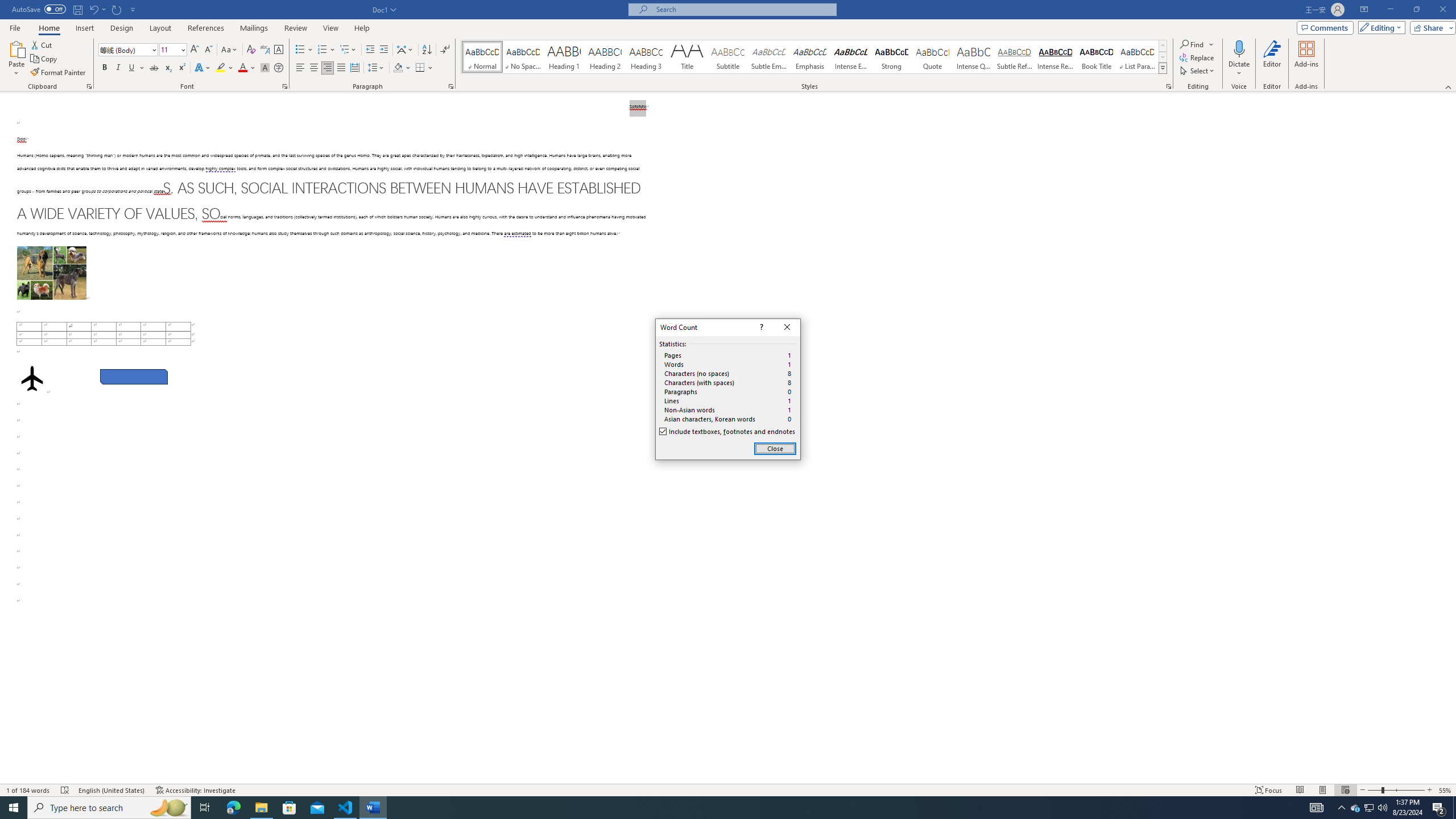 This screenshot has width=1456, height=819. What do you see at coordinates (1445, 790) in the screenshot?
I see `'Zoom 55%'` at bounding box center [1445, 790].